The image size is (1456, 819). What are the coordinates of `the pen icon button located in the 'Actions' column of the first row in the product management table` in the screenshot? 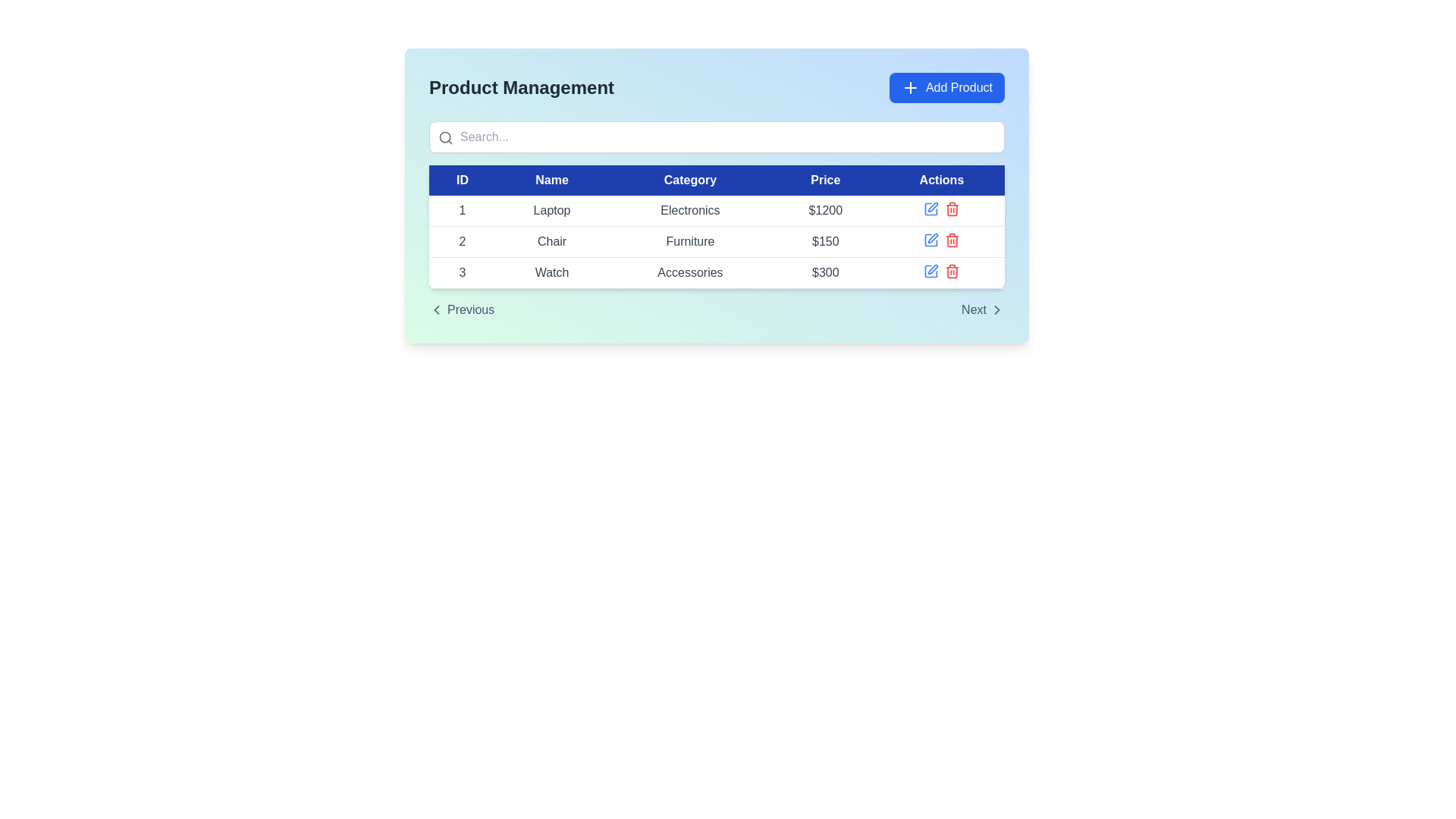 It's located at (932, 207).